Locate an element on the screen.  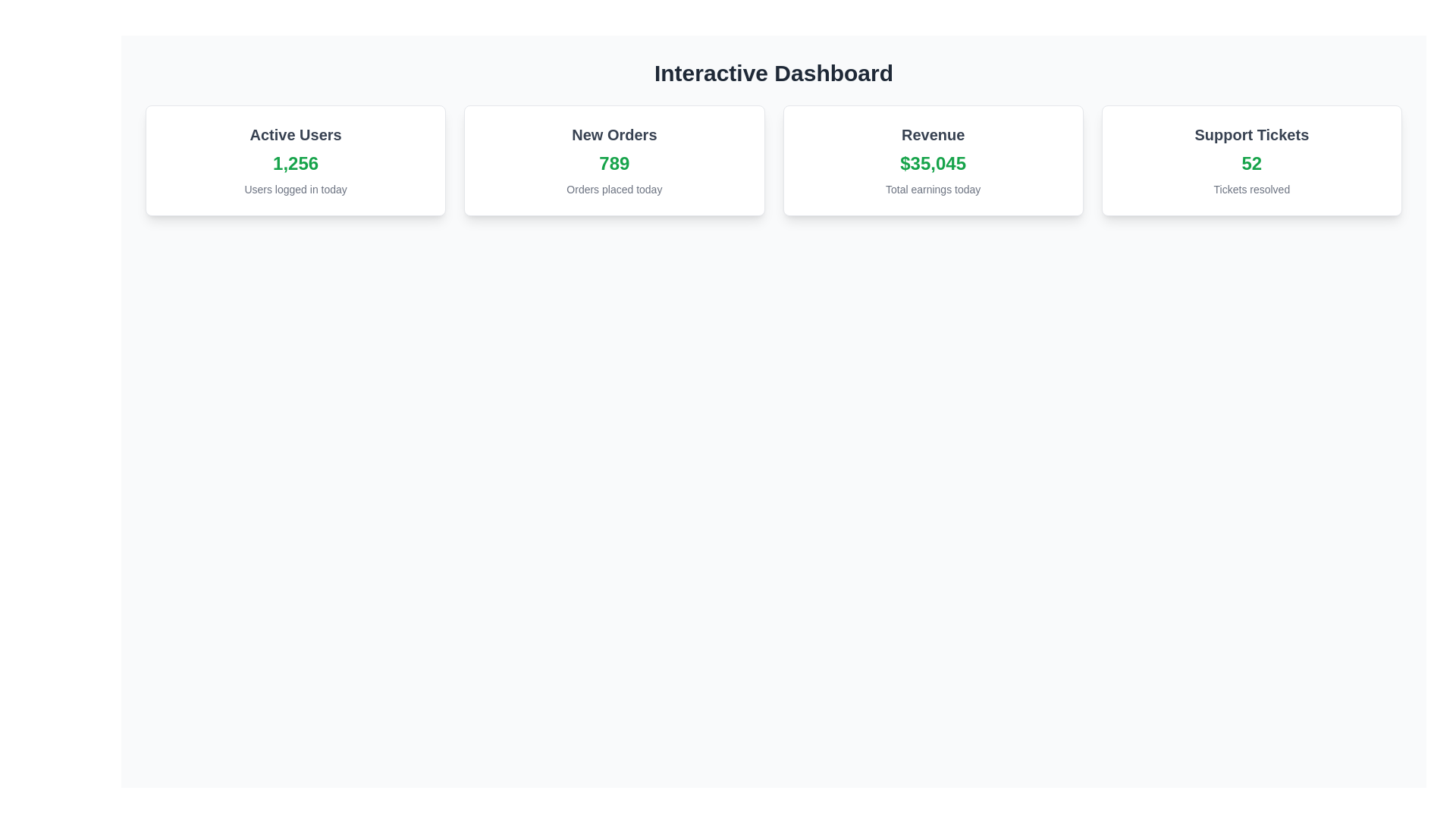
the Text Label displaying the numeric value '789' in bold, large green text, located under the label 'New Orders' is located at coordinates (614, 164).